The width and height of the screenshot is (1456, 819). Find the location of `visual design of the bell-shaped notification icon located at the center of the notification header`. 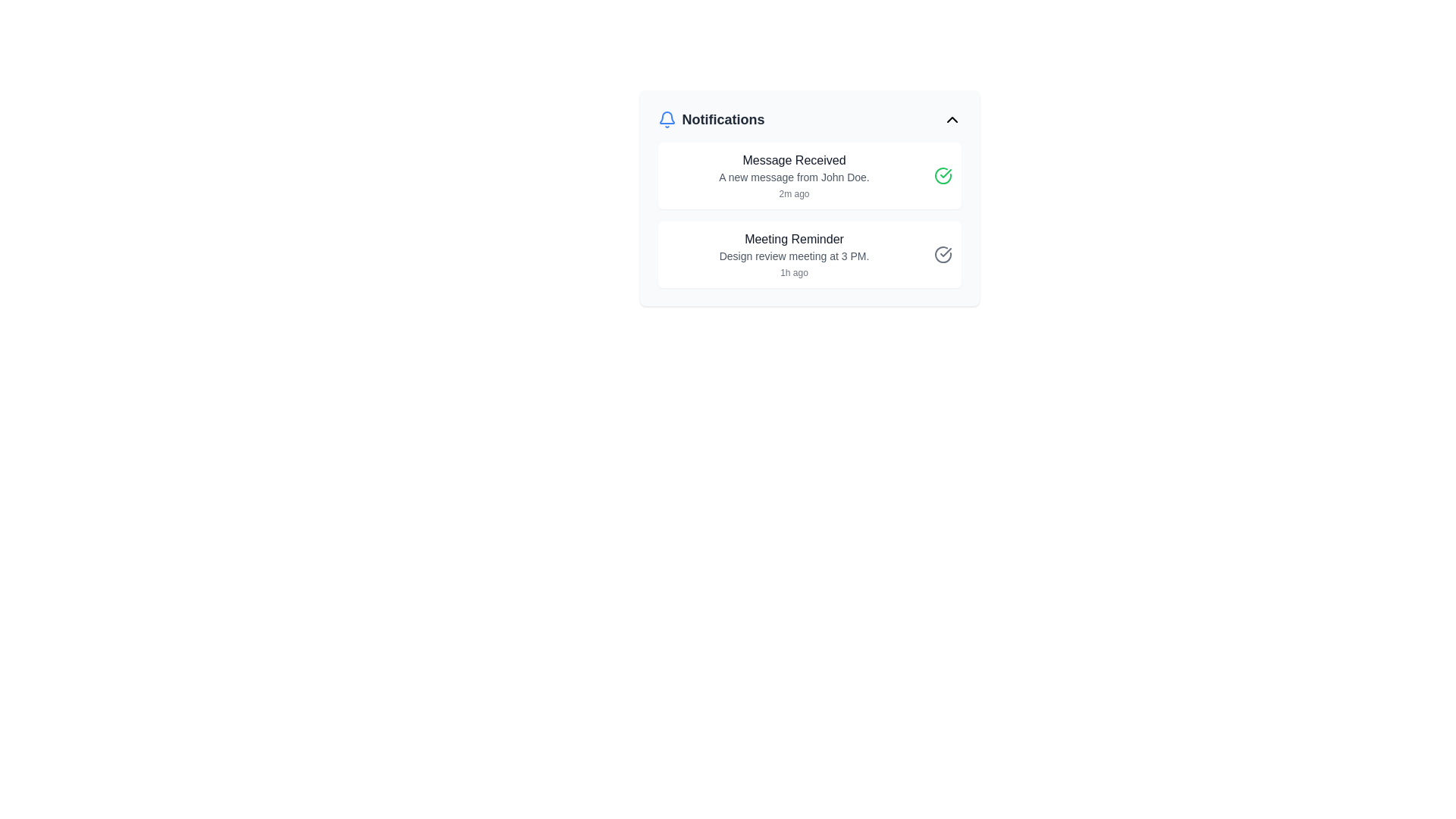

visual design of the bell-shaped notification icon located at the center of the notification header is located at coordinates (667, 117).